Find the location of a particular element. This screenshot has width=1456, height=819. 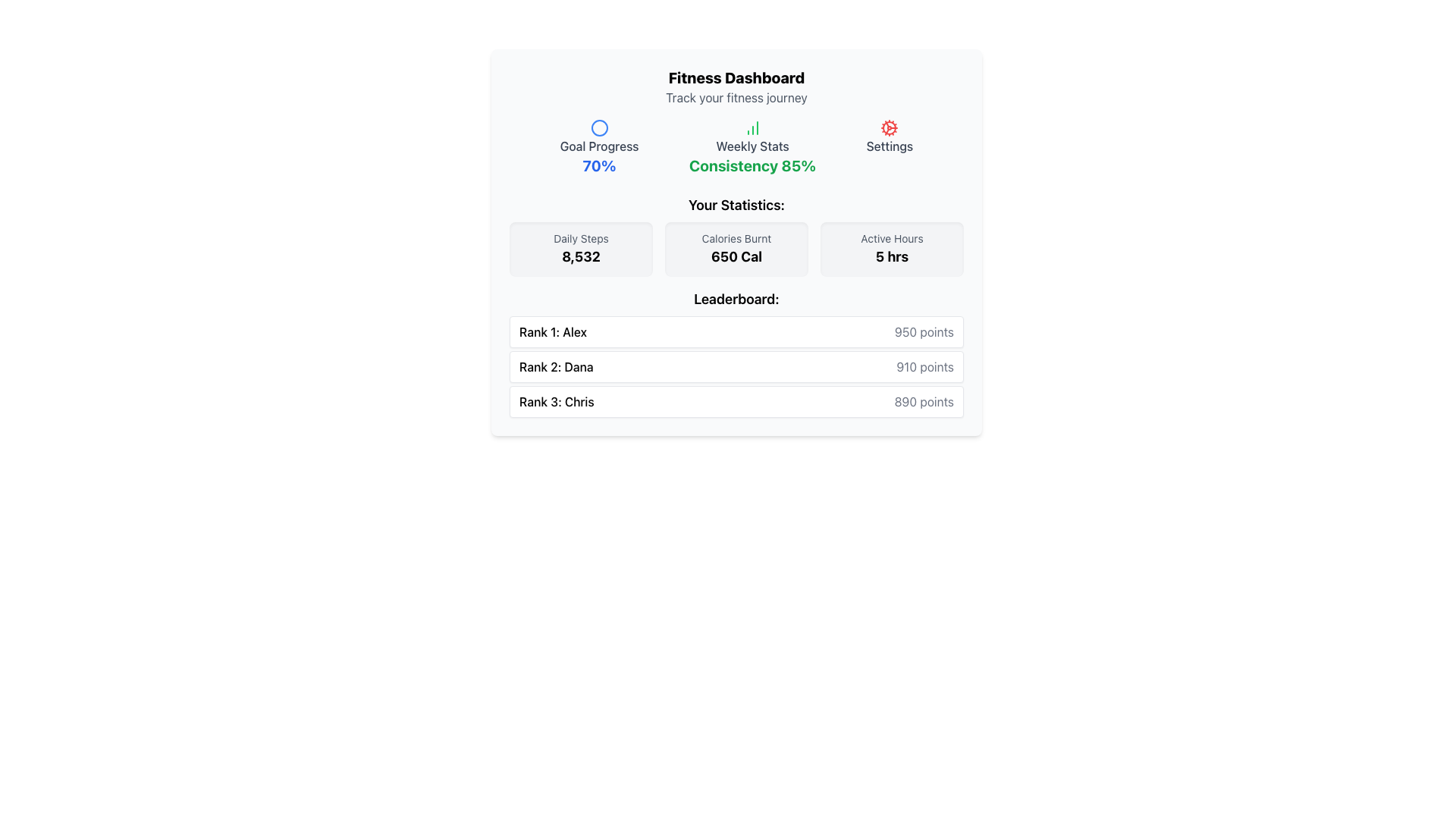

the score text displaying '910 points' for user Dana in the ranked leaderboard, which is positioned to the right of 'Rank 2: Dana' is located at coordinates (924, 366).